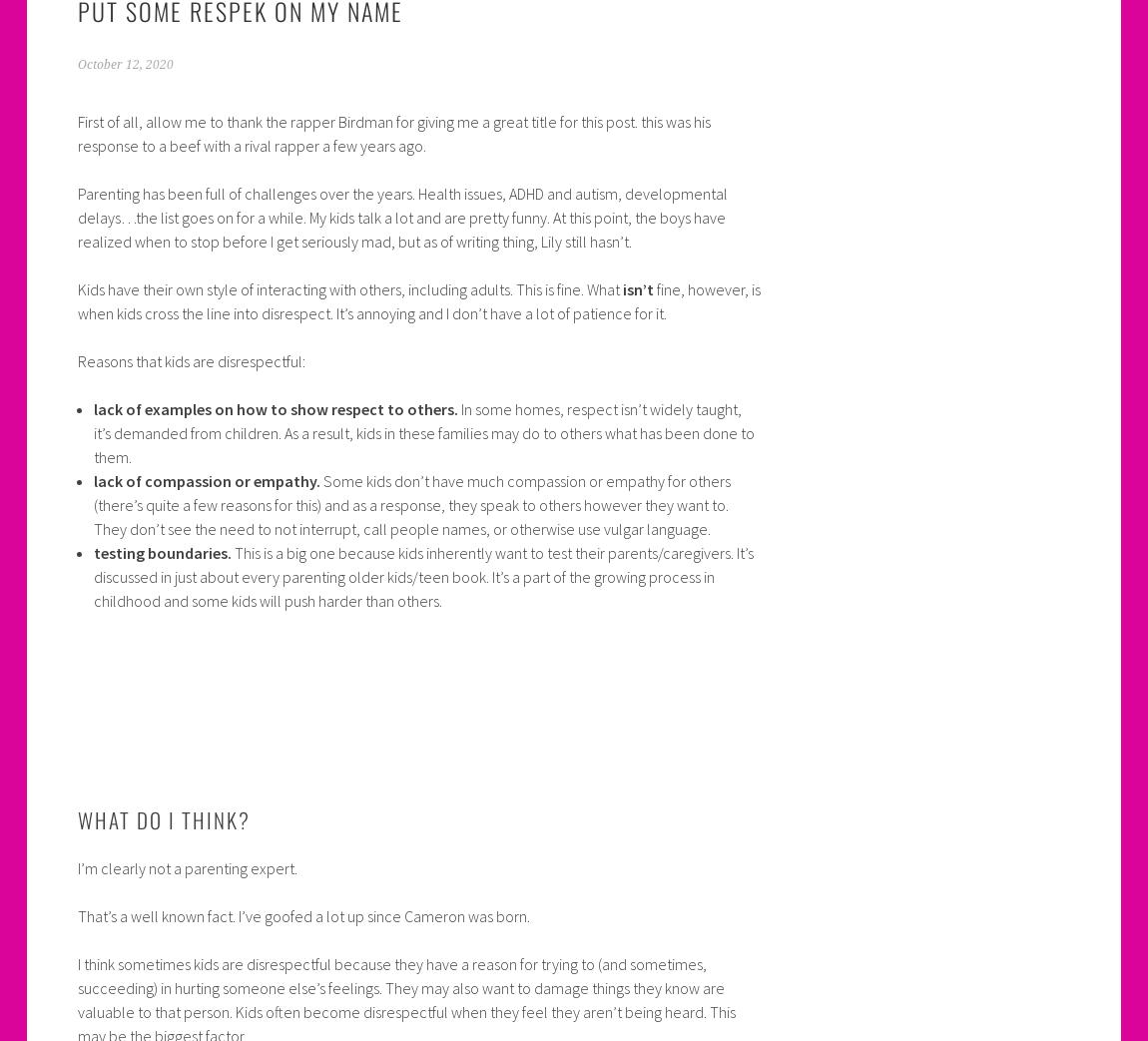  I want to click on 'This is a big one because kids inherently want to test their parents/caregivers. It’s discussed in just about every parenting older kids/teen book. It’s a part of the growing process in childhood and some kids will push harder than others.', so click(422, 575).